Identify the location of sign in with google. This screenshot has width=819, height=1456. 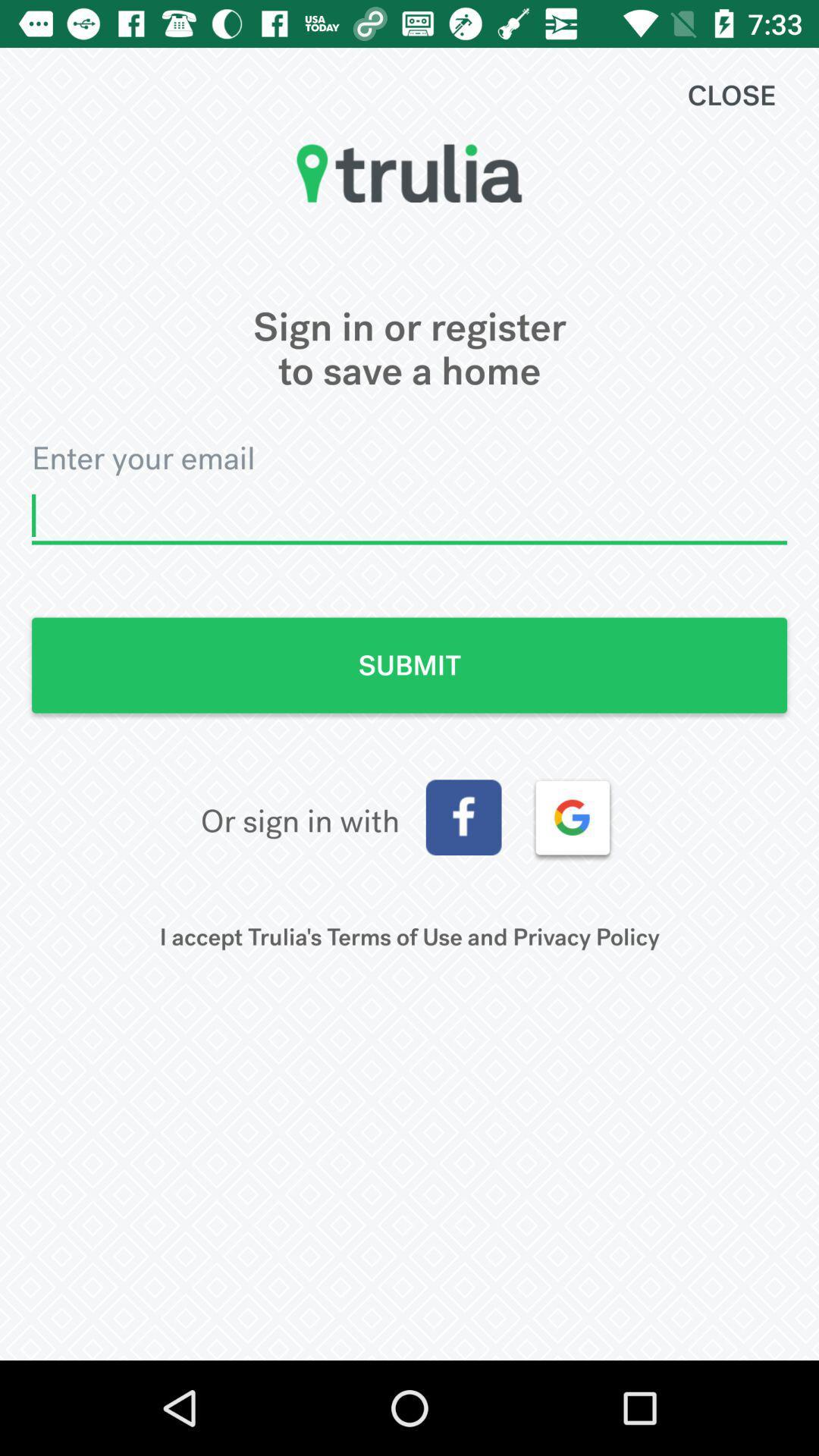
(573, 817).